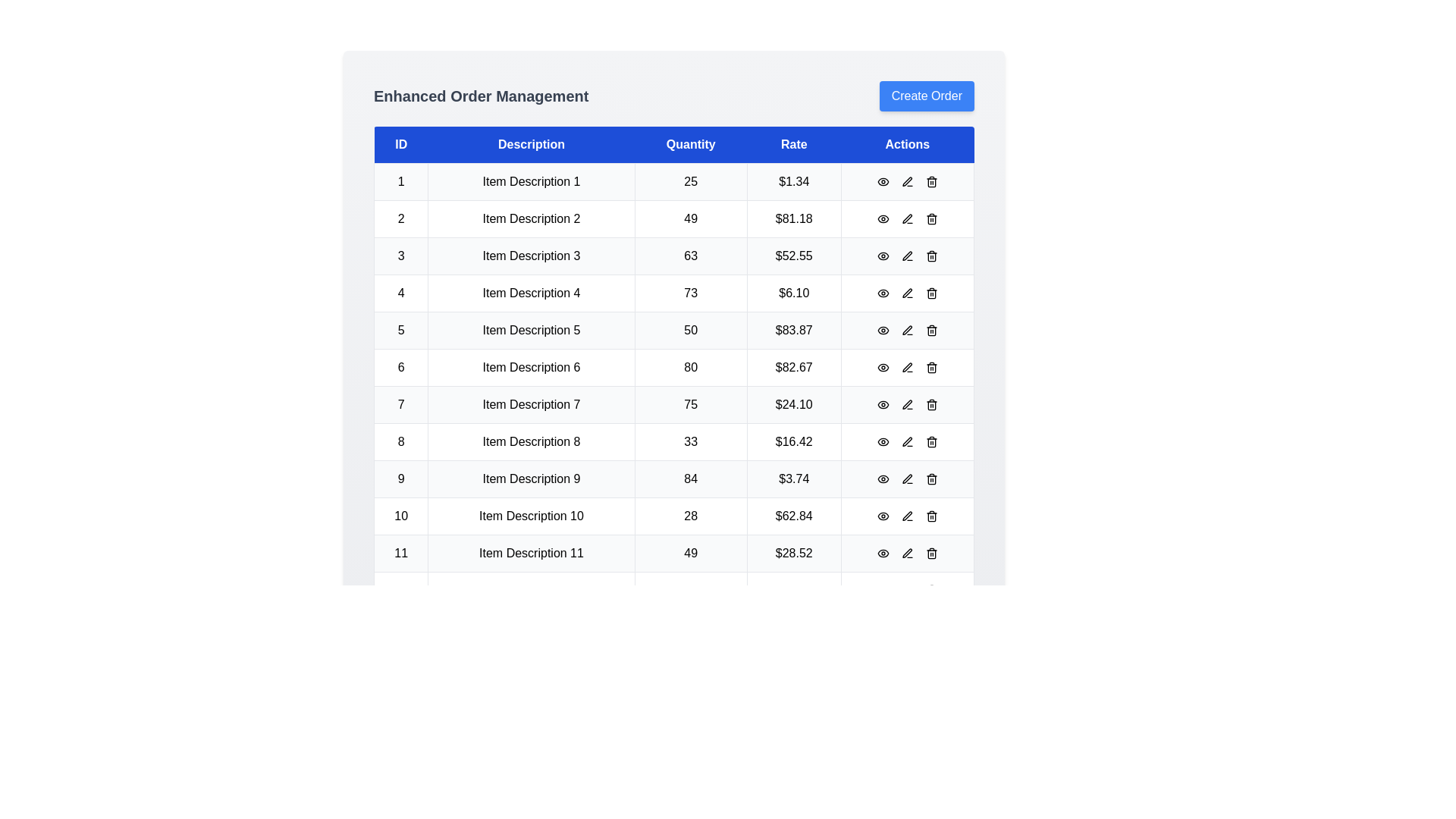 The height and width of the screenshot is (819, 1456). I want to click on the 'Create Order' button to initiate the creation of a new order, so click(926, 96).